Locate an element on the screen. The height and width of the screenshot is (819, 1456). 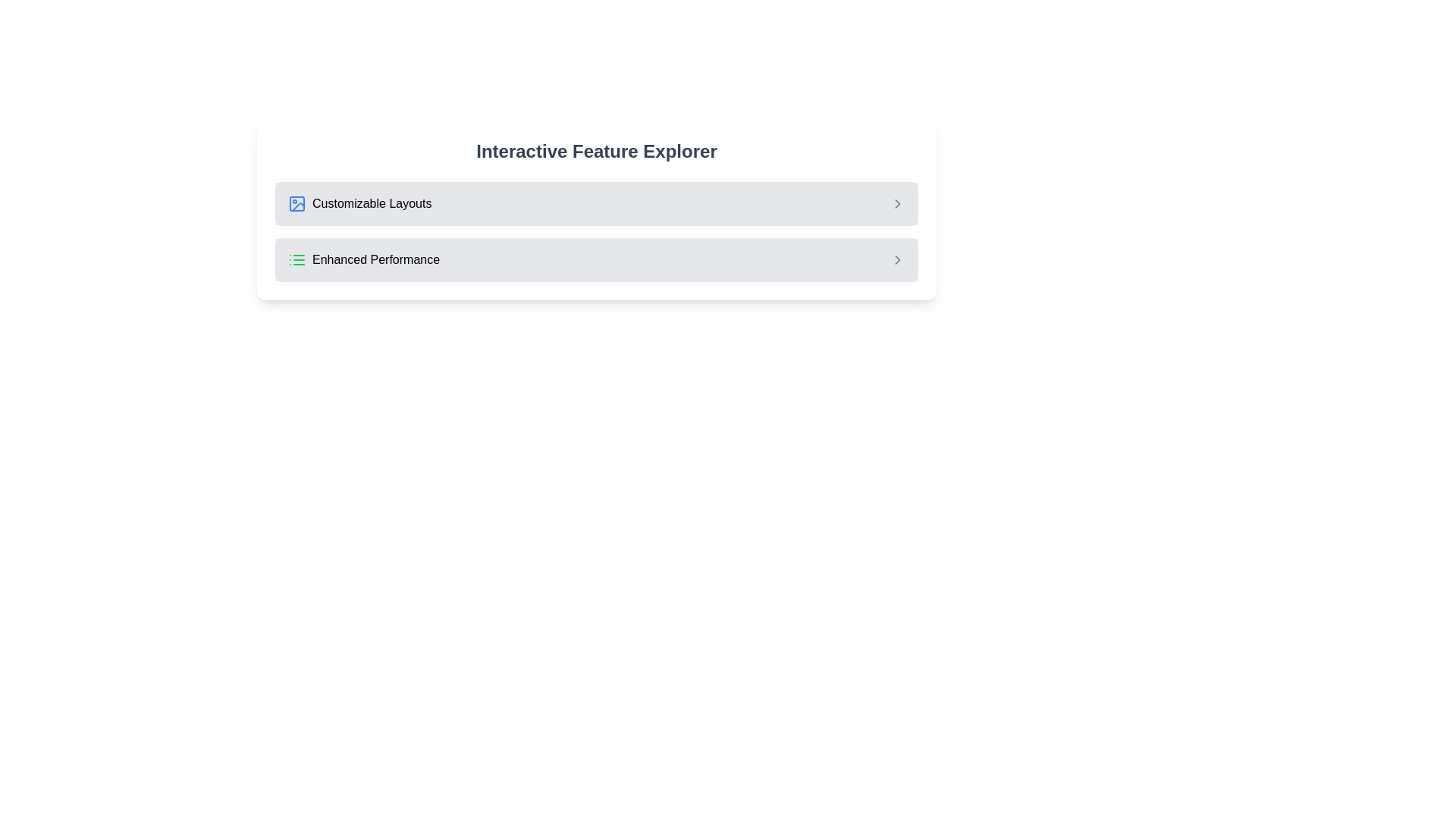
the text label that describes the first interactive feature in the vertical list, located next to the corresponding icon is located at coordinates (372, 203).